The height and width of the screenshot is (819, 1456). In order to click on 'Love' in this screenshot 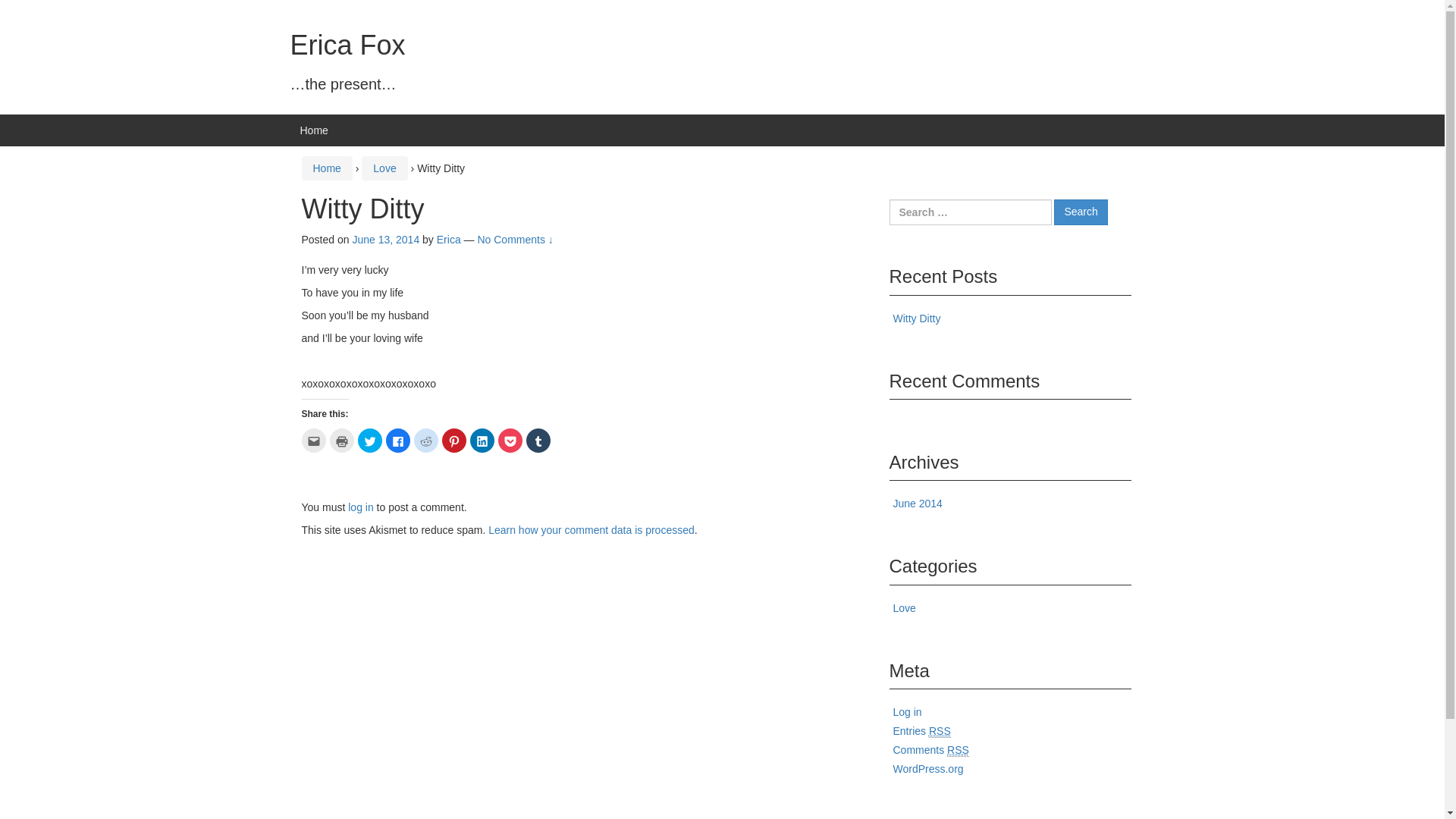, I will do `click(384, 168)`.